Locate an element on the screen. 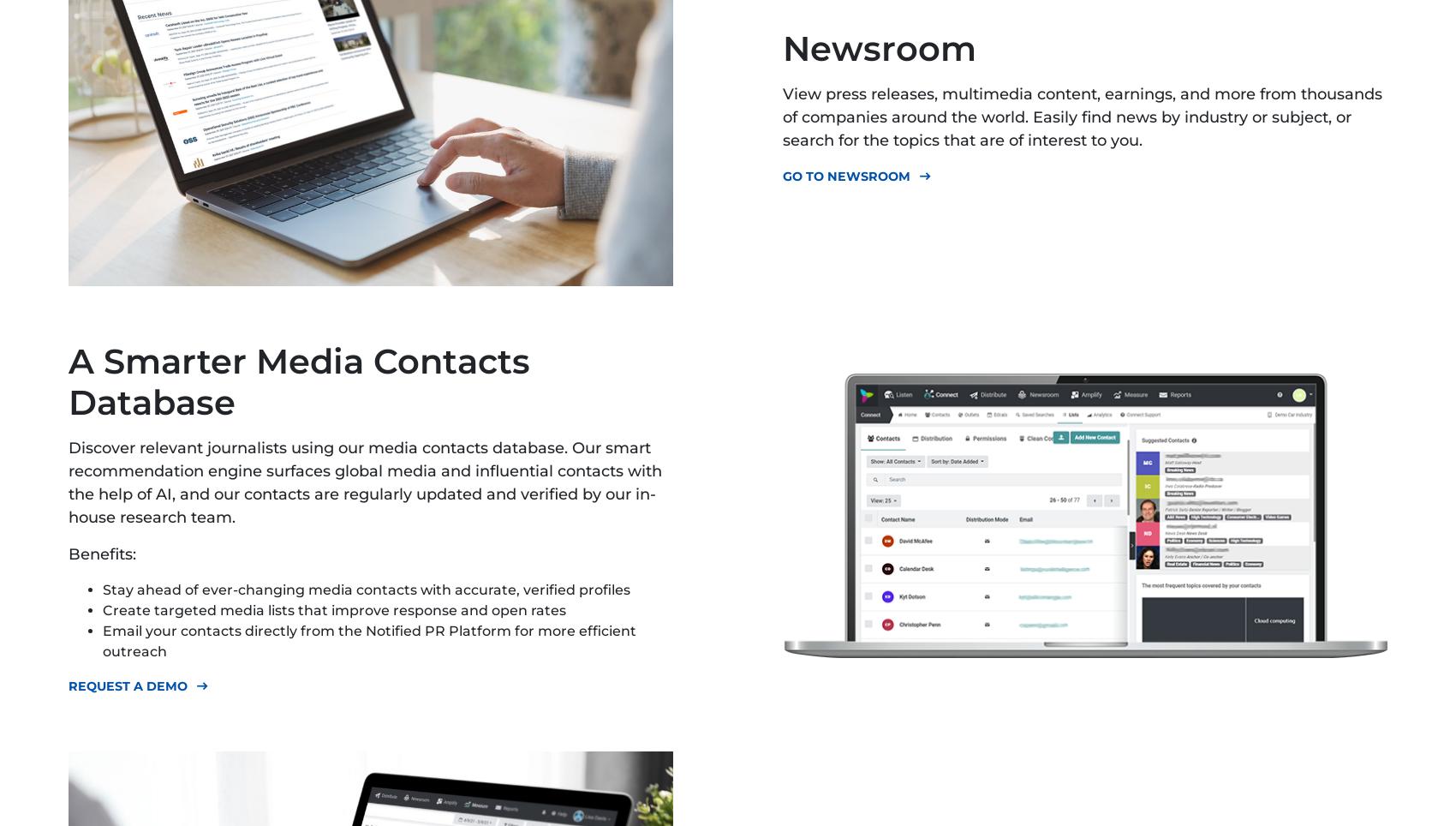  'GO TO NEWSROOM' is located at coordinates (845, 177).